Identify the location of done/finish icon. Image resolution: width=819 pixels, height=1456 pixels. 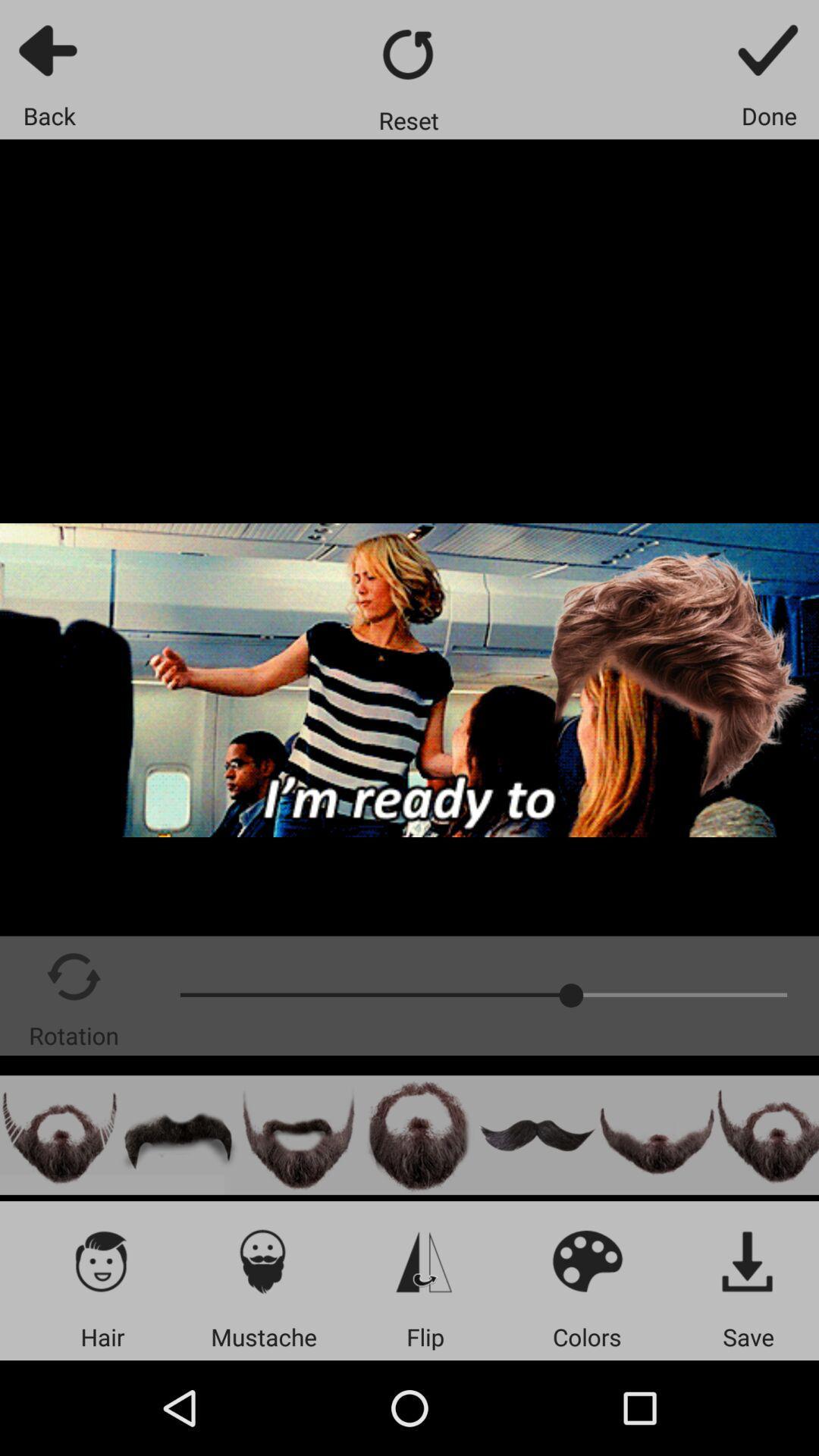
(769, 49).